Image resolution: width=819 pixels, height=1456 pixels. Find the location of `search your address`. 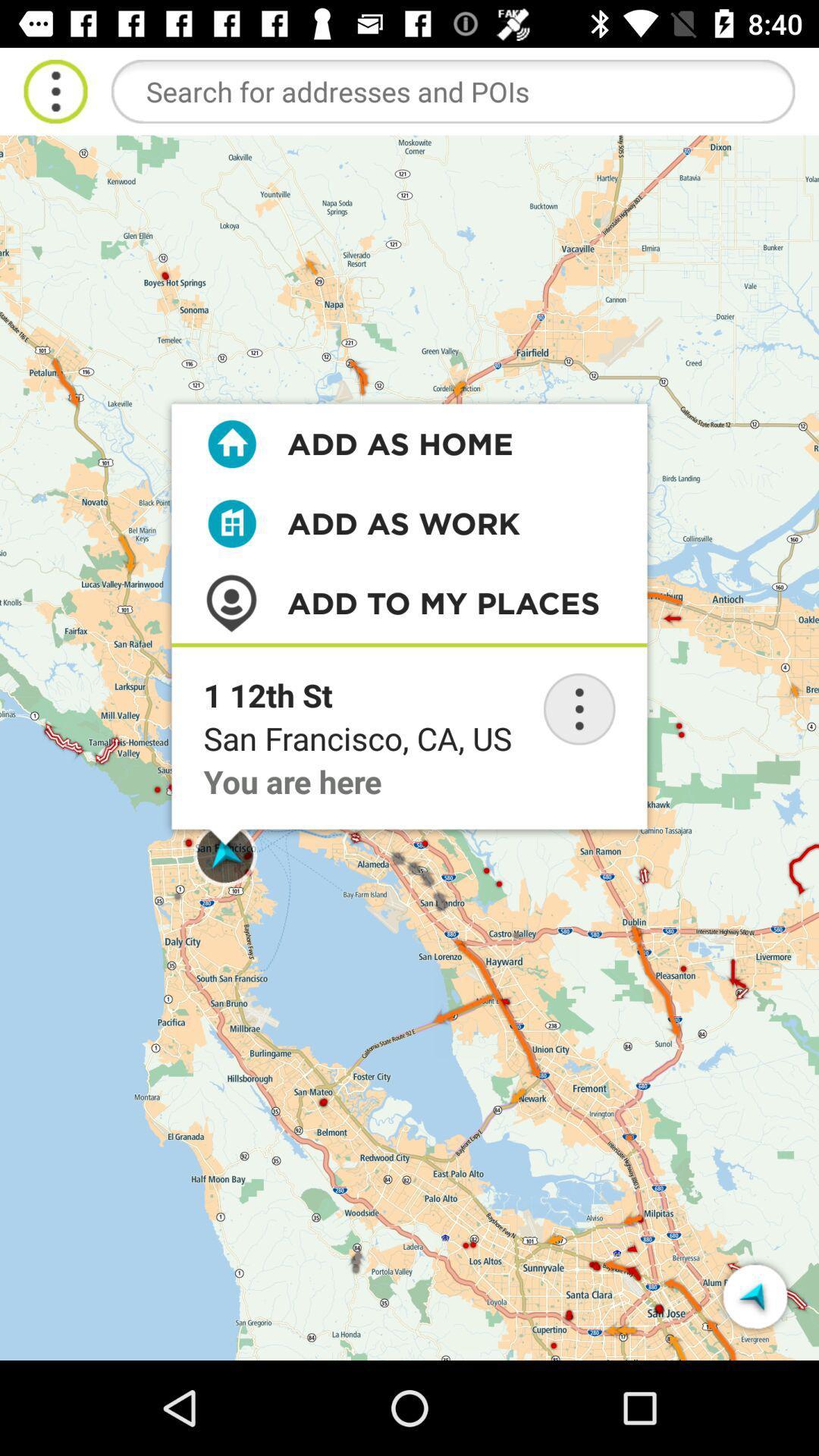

search your address is located at coordinates (452, 90).